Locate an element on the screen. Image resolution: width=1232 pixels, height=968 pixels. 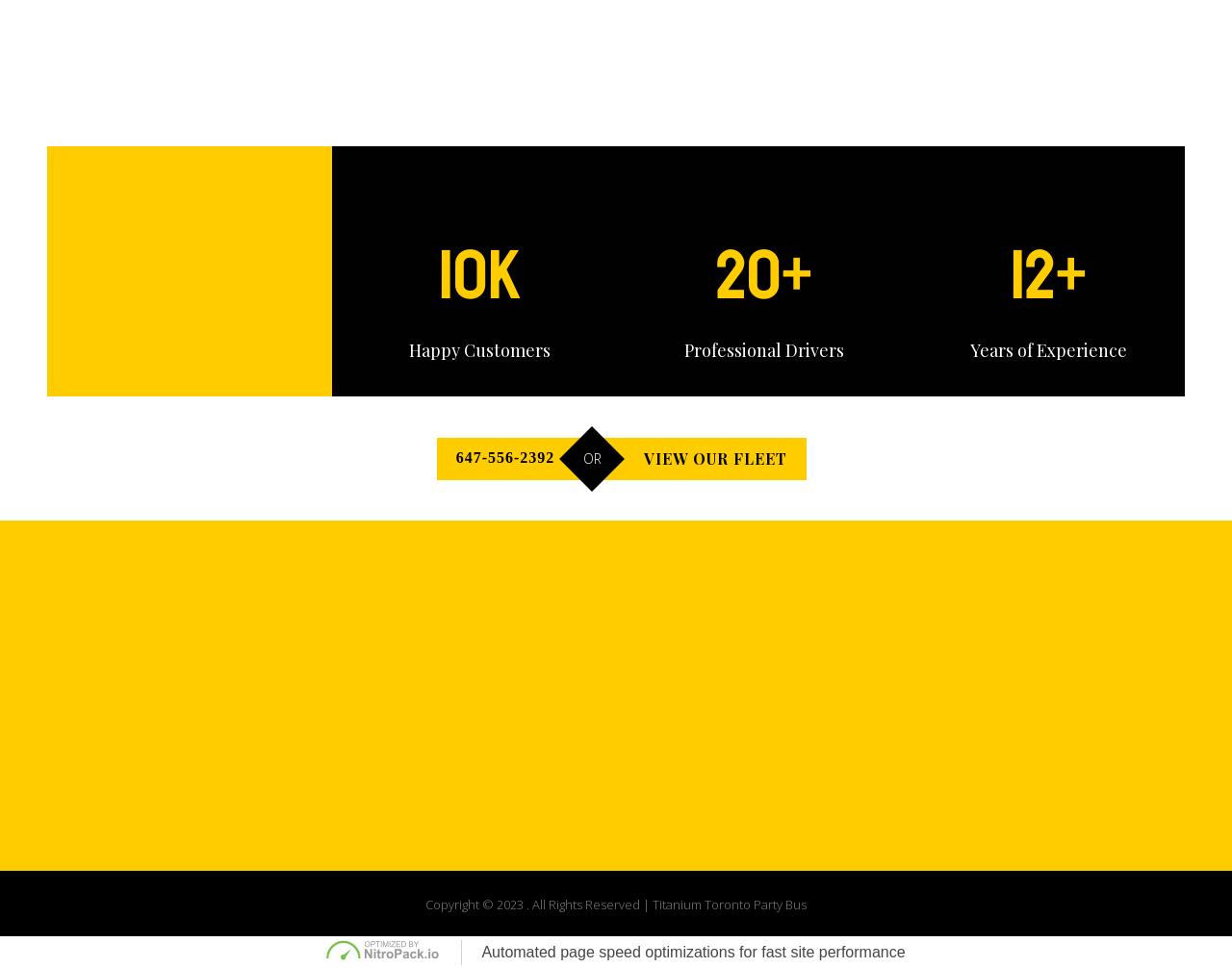
'Copyright © 2023 . All Rights Reserved | Titanium Toronto Party Bus' is located at coordinates (423, 903).